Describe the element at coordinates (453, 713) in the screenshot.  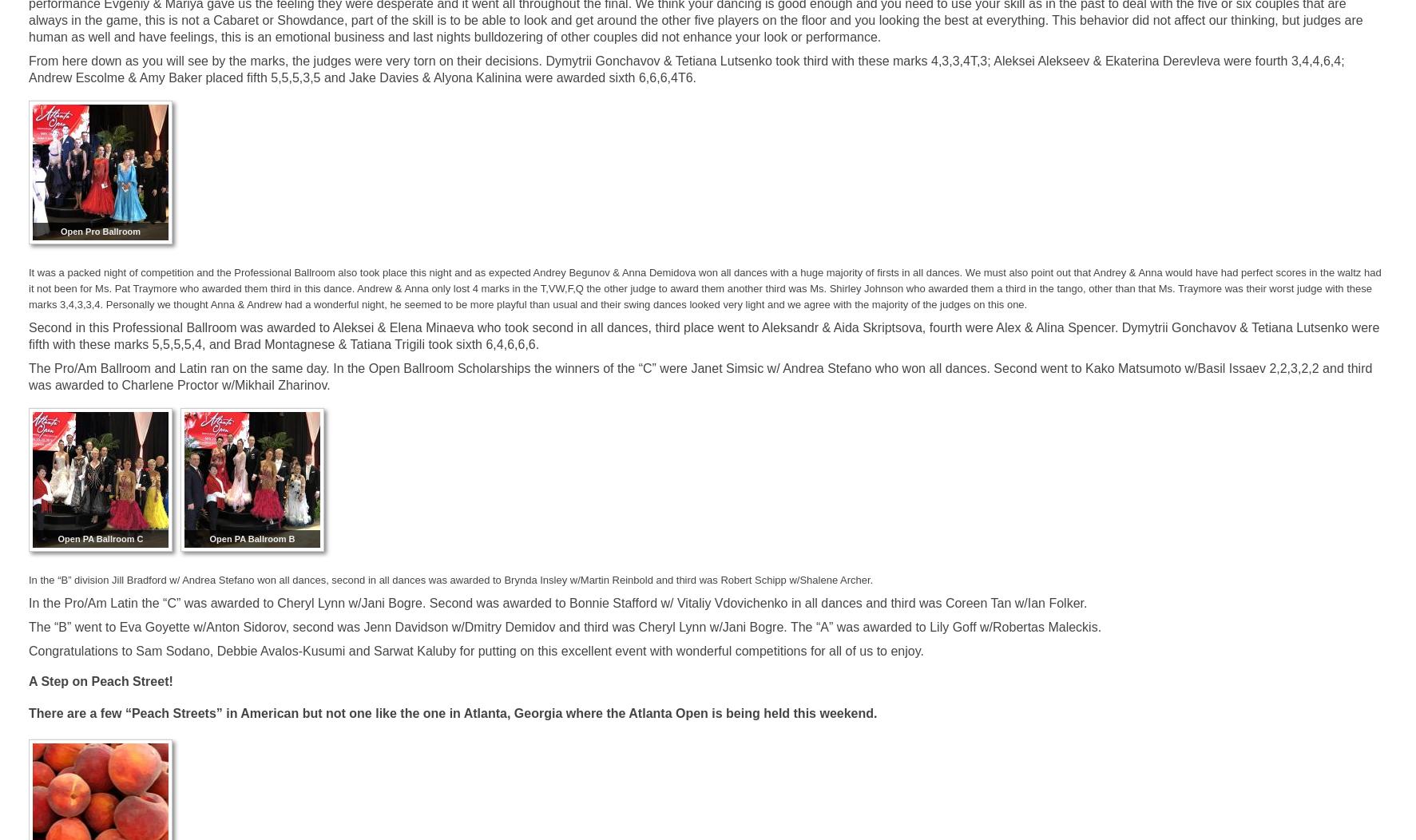
I see `'There are a few “Peach Streets” in American but not one like the one in Atlanta, Georgia where the Atlanta Open is being held this weekend.'` at that location.